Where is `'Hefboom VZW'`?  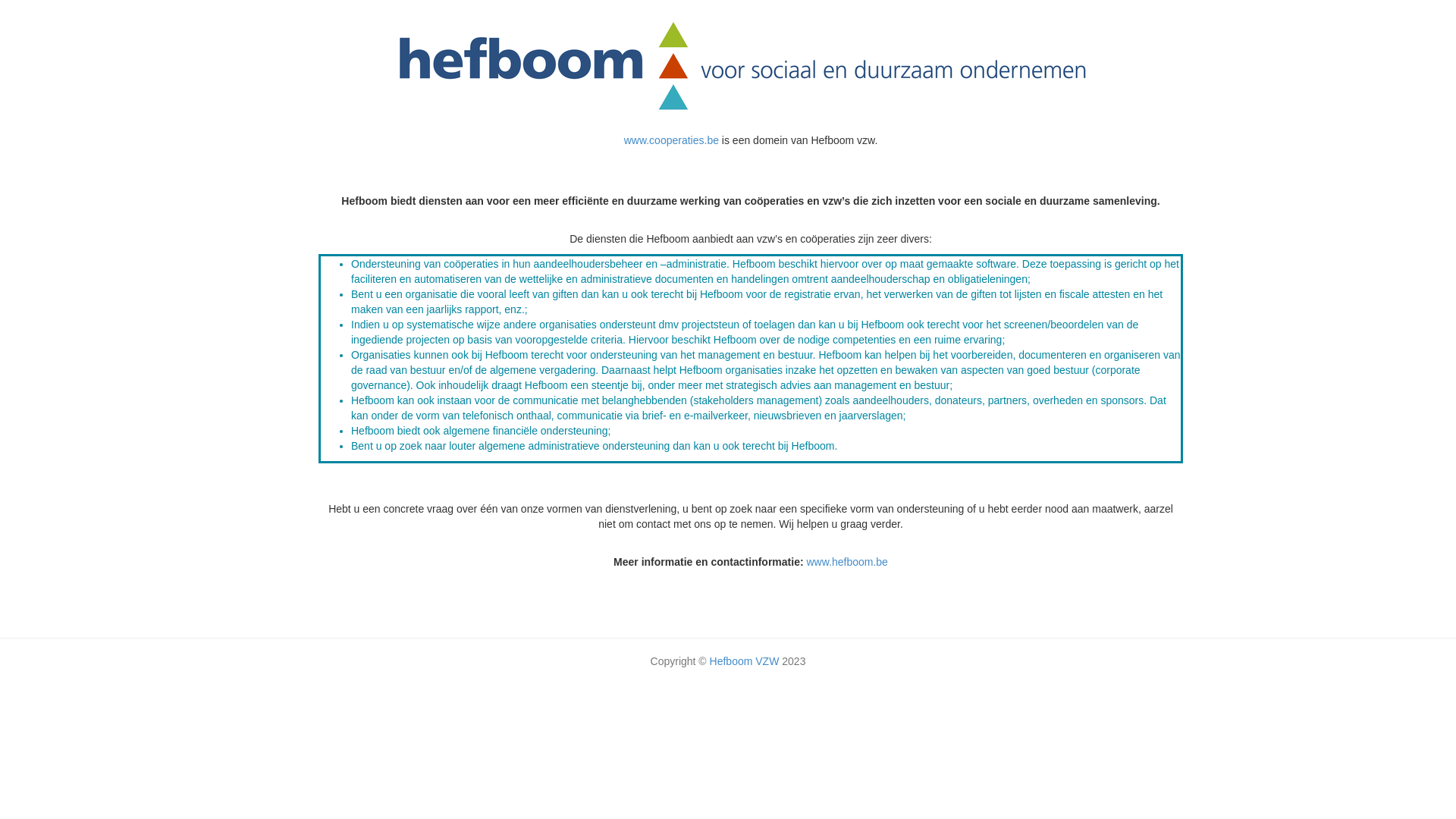
'Hefboom VZW' is located at coordinates (745, 660).